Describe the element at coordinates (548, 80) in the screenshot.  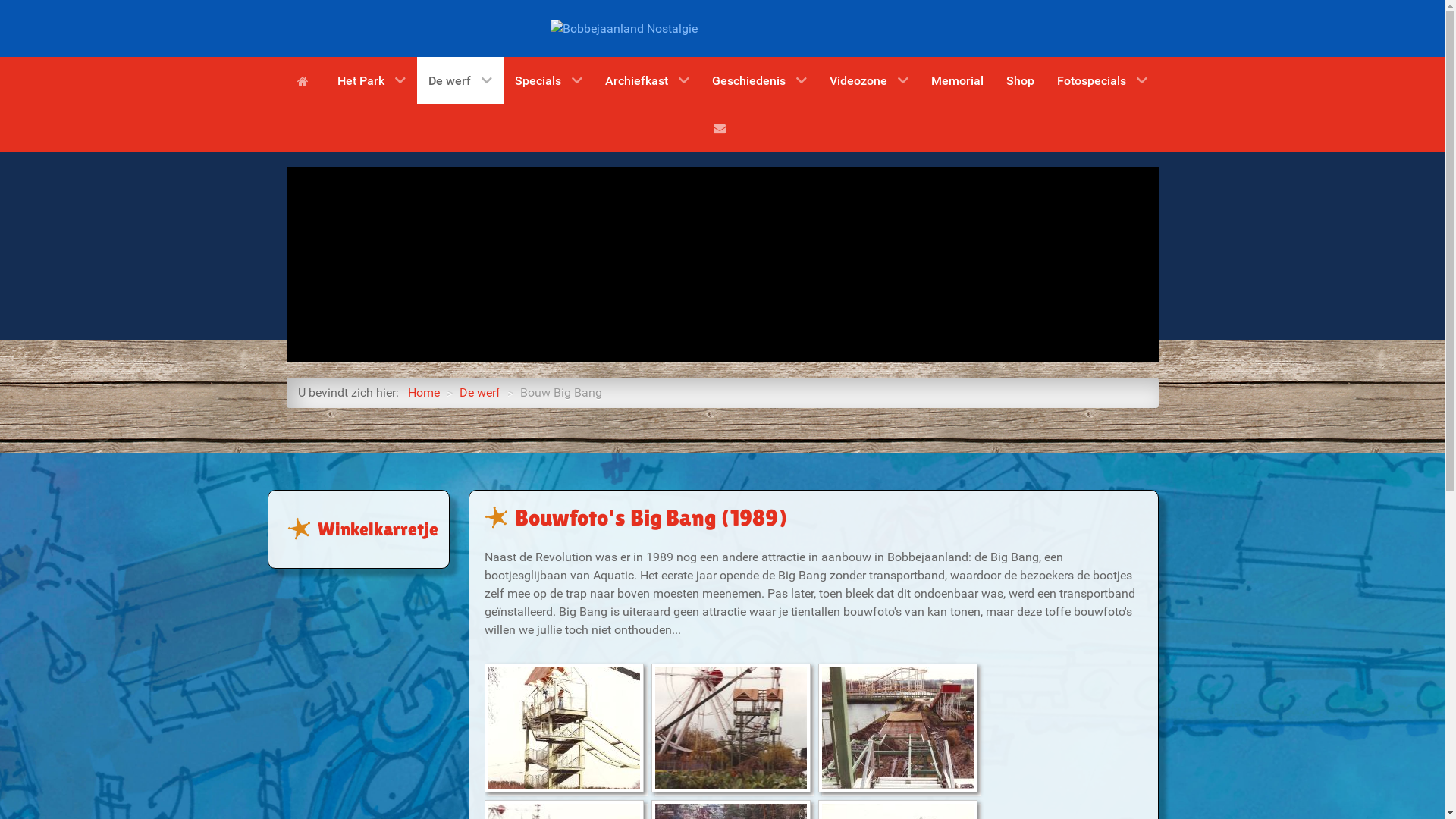
I see `'Specials'` at that location.